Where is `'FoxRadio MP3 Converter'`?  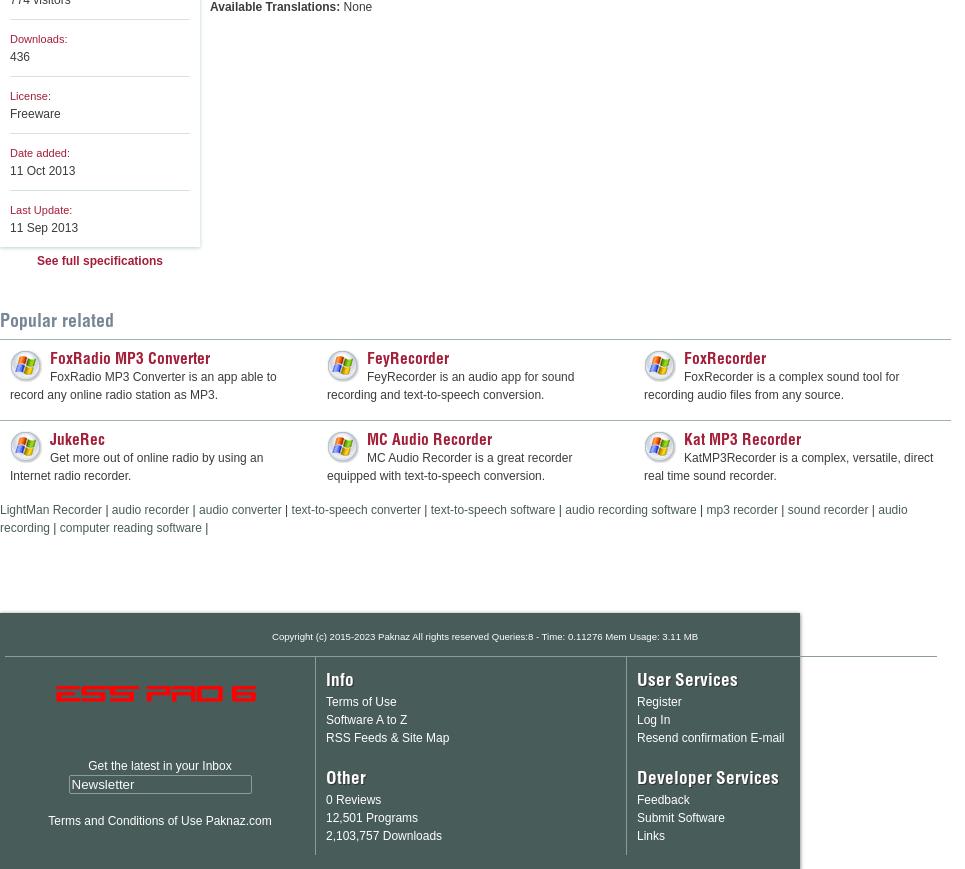
'FoxRadio MP3 Converter' is located at coordinates (129, 357).